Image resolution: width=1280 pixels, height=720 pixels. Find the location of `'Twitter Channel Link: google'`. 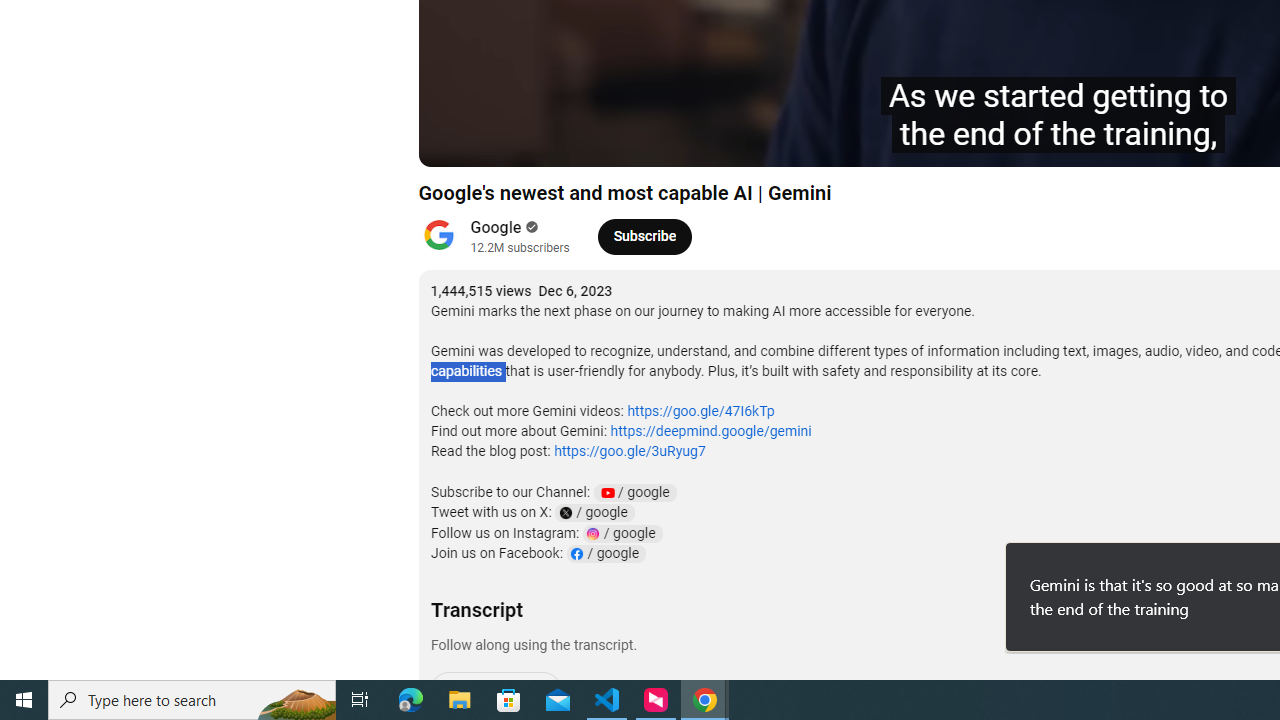

'Twitter Channel Link: google' is located at coordinates (593, 512).